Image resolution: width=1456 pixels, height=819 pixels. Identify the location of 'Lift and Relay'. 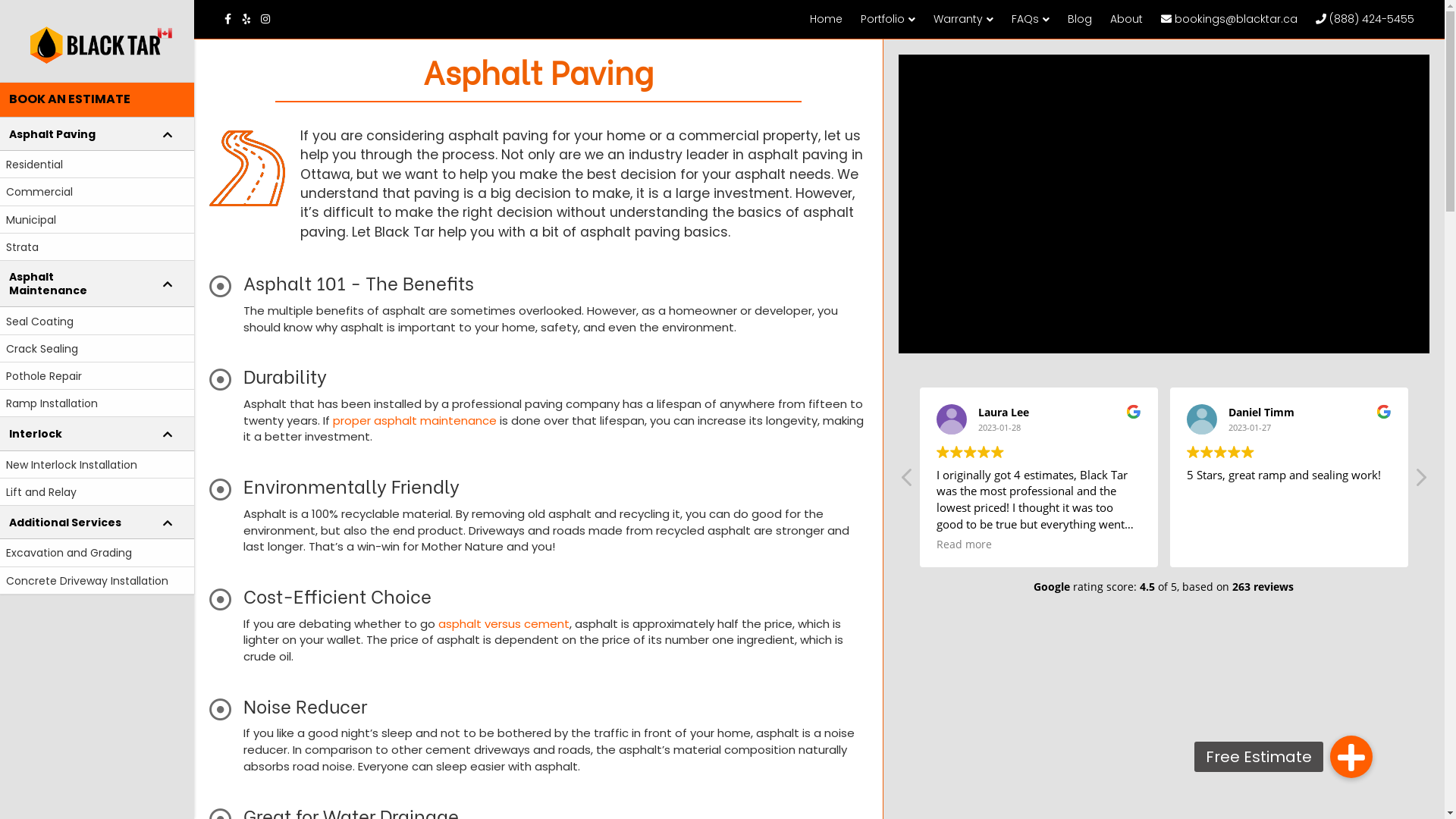
(96, 491).